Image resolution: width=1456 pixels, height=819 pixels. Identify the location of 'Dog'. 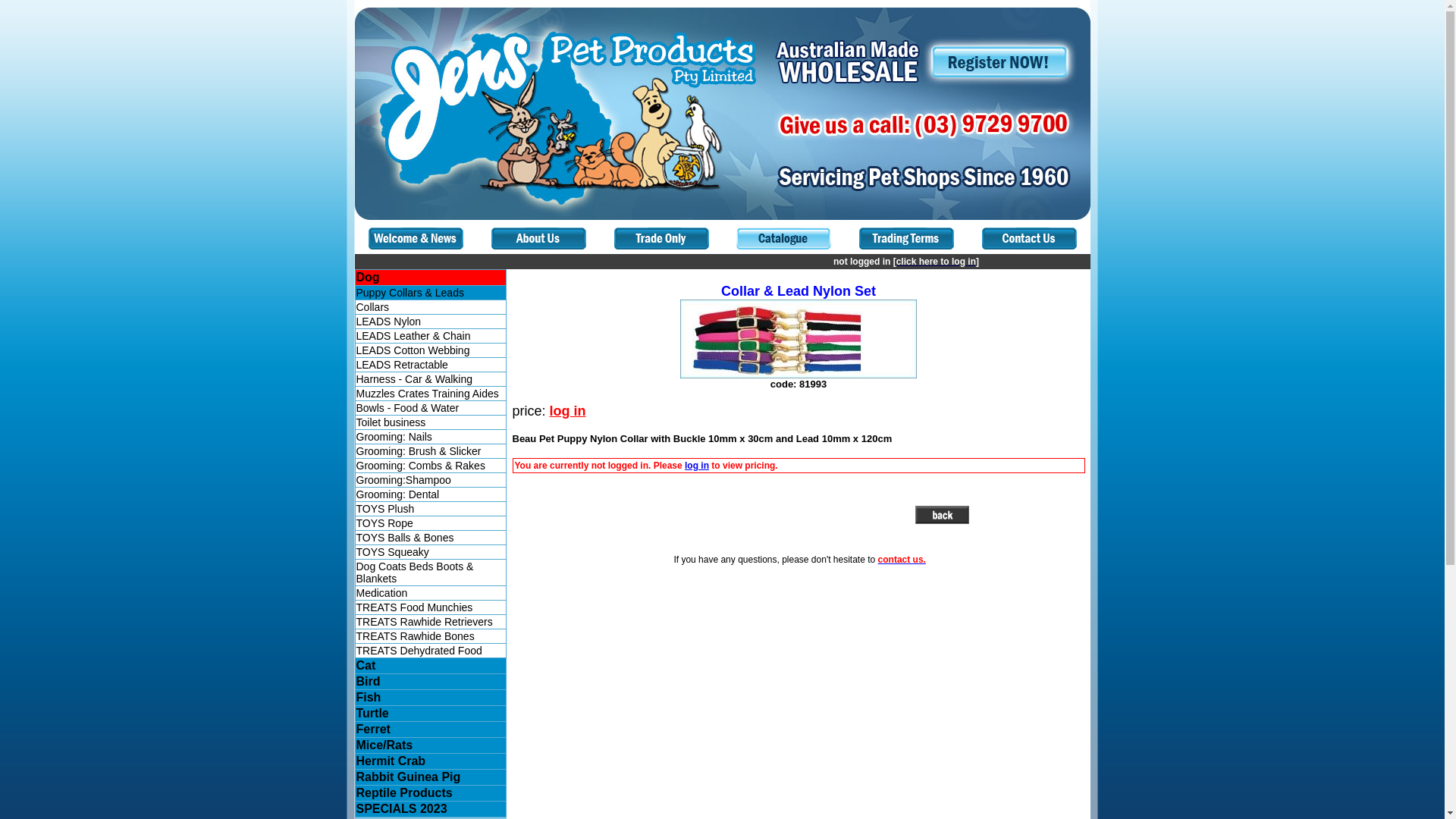
(428, 278).